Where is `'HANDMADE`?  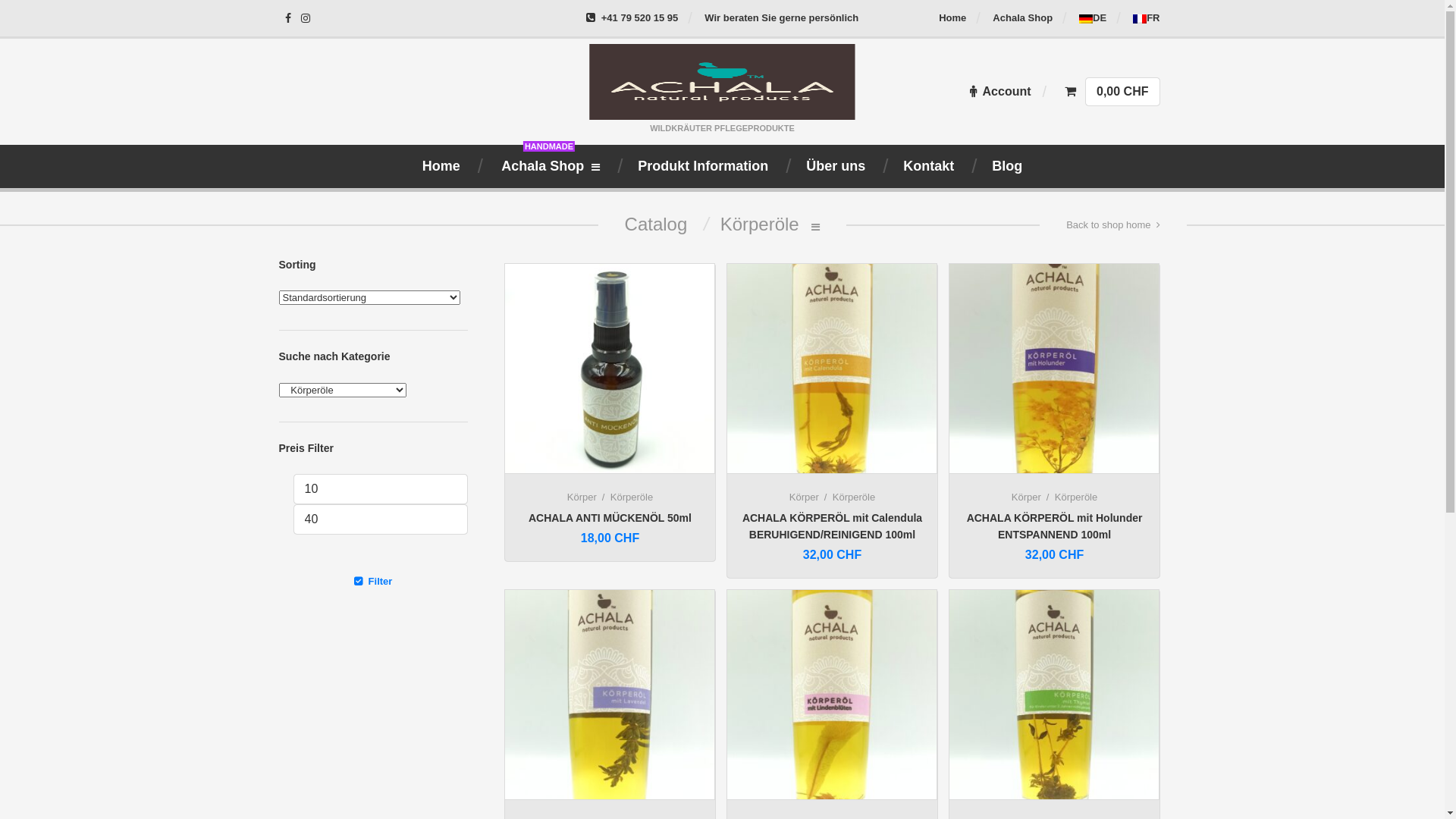
'HANDMADE is located at coordinates (548, 166).